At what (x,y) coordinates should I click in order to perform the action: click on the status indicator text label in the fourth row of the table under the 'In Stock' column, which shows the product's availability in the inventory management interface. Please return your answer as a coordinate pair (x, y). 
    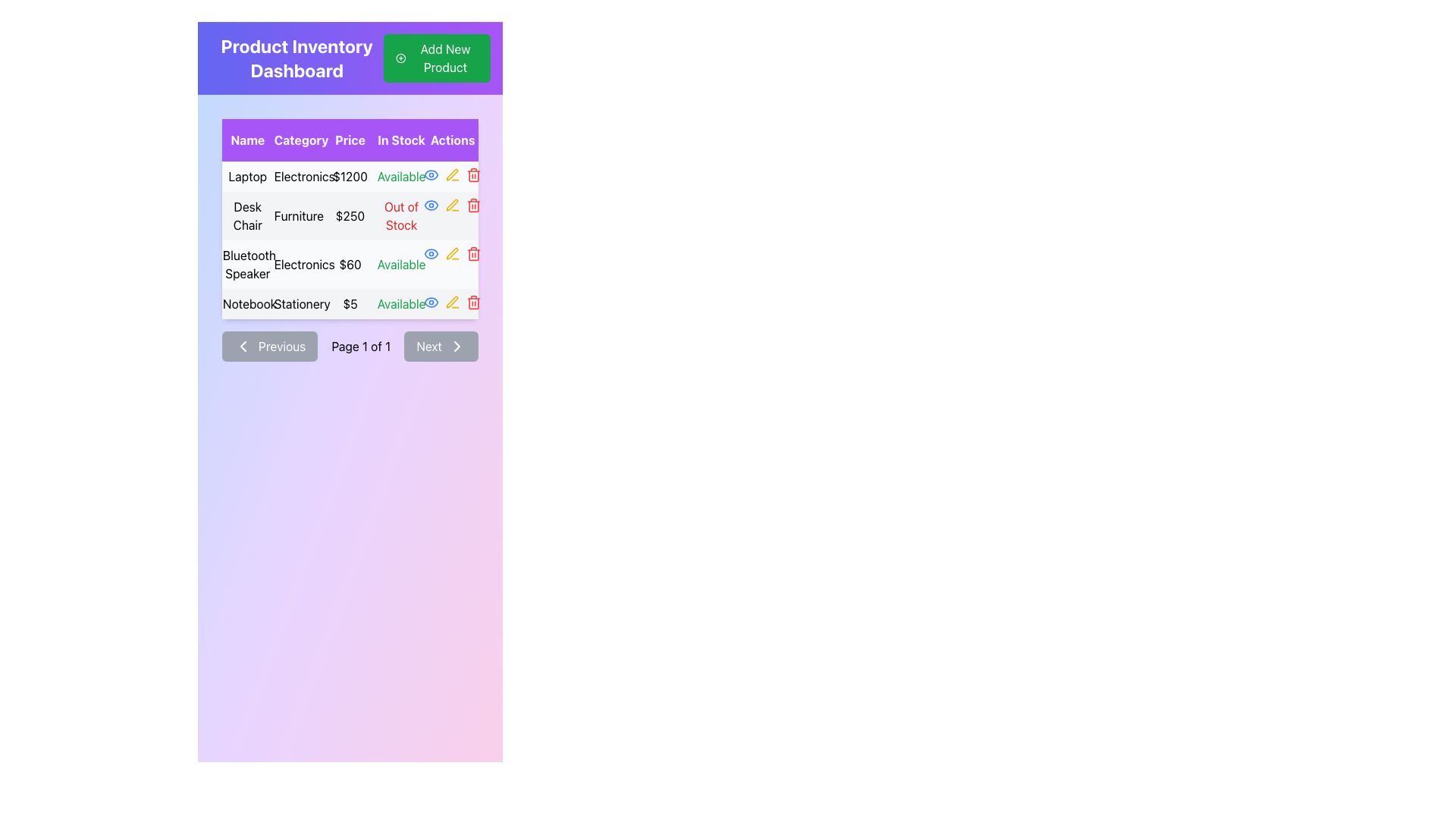
    Looking at the image, I should click on (401, 304).